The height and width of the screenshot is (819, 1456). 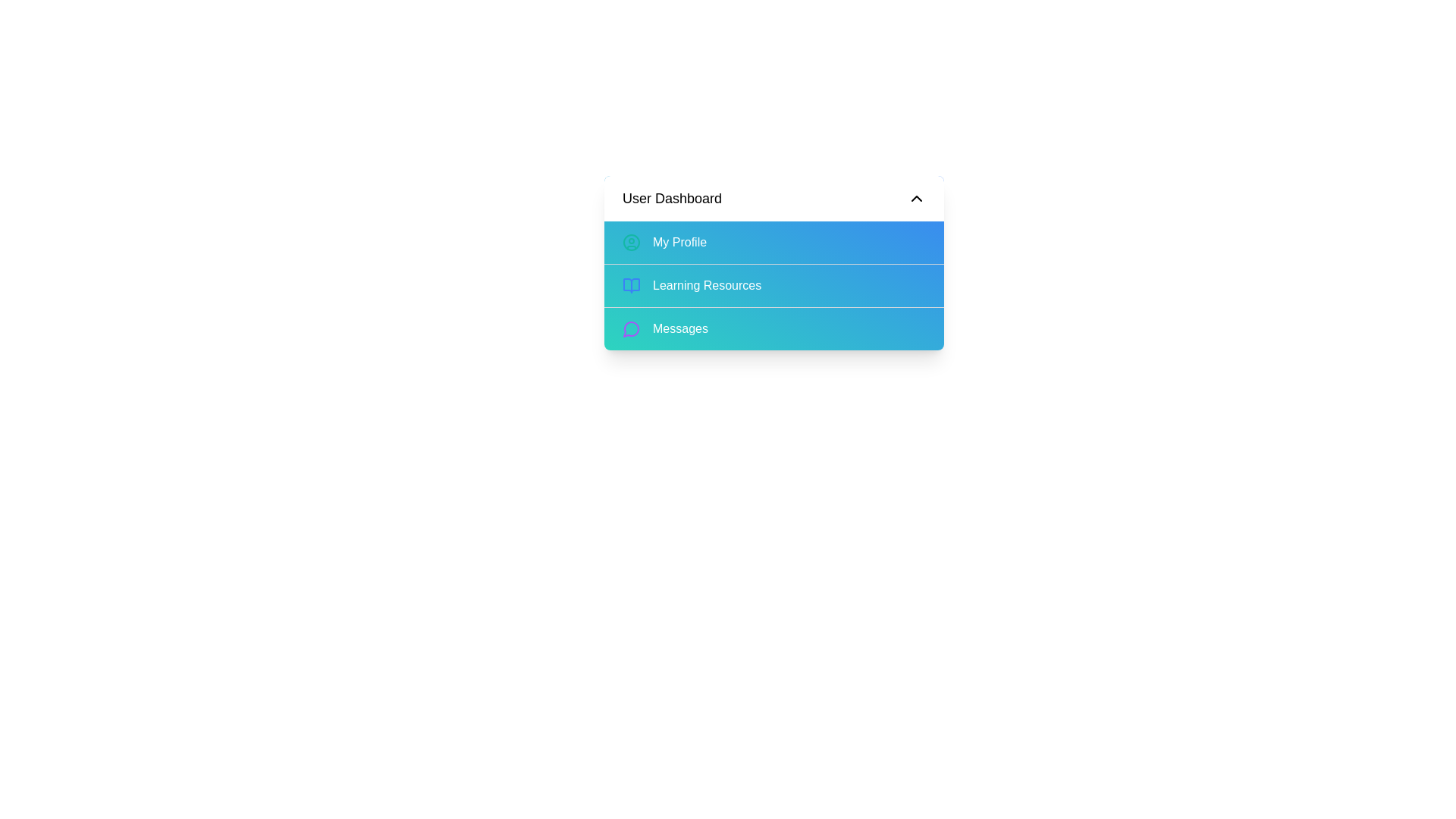 I want to click on the 'My Profile' option in the dropdown menu, so click(x=774, y=242).